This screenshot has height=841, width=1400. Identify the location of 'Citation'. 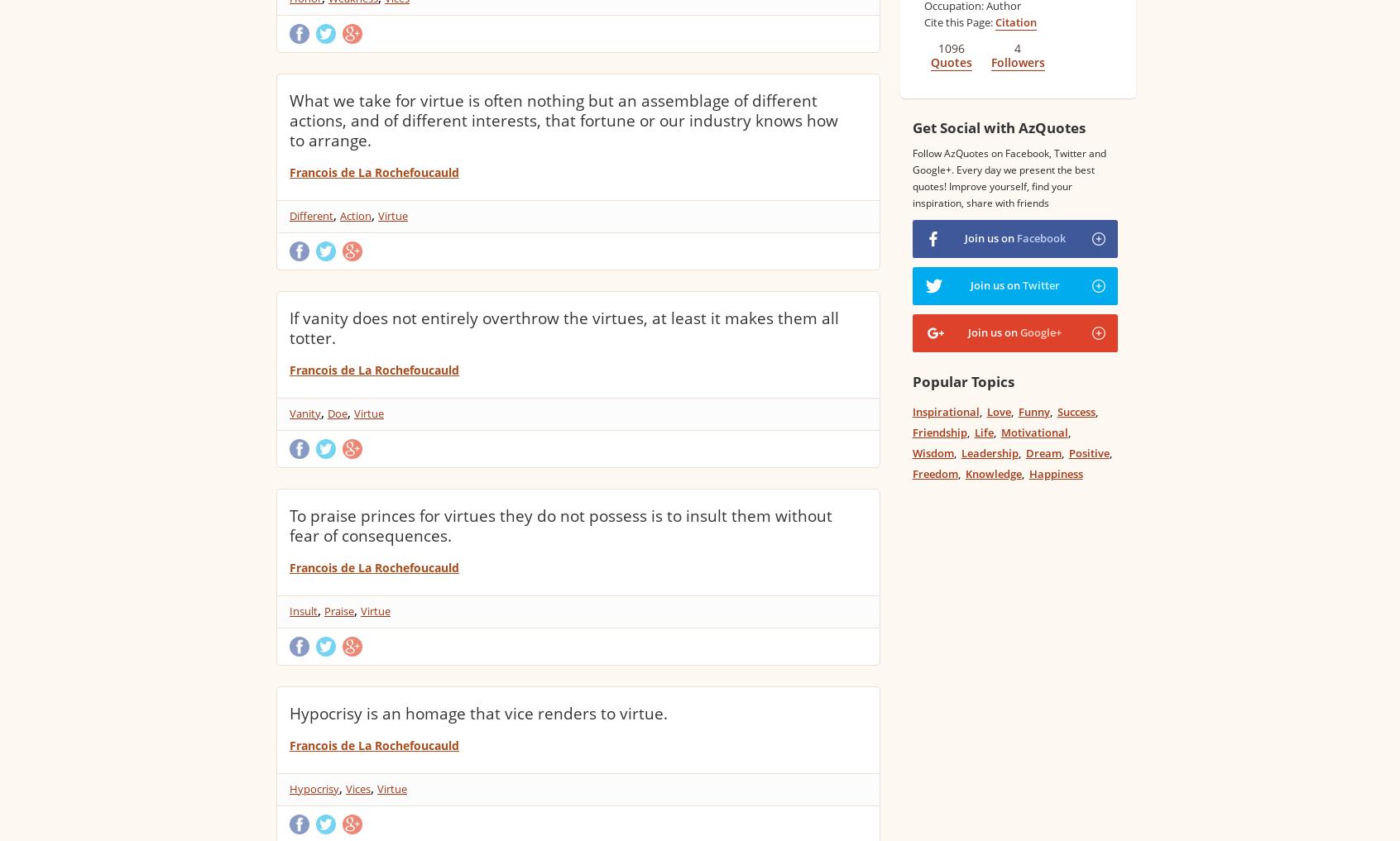
(1015, 21).